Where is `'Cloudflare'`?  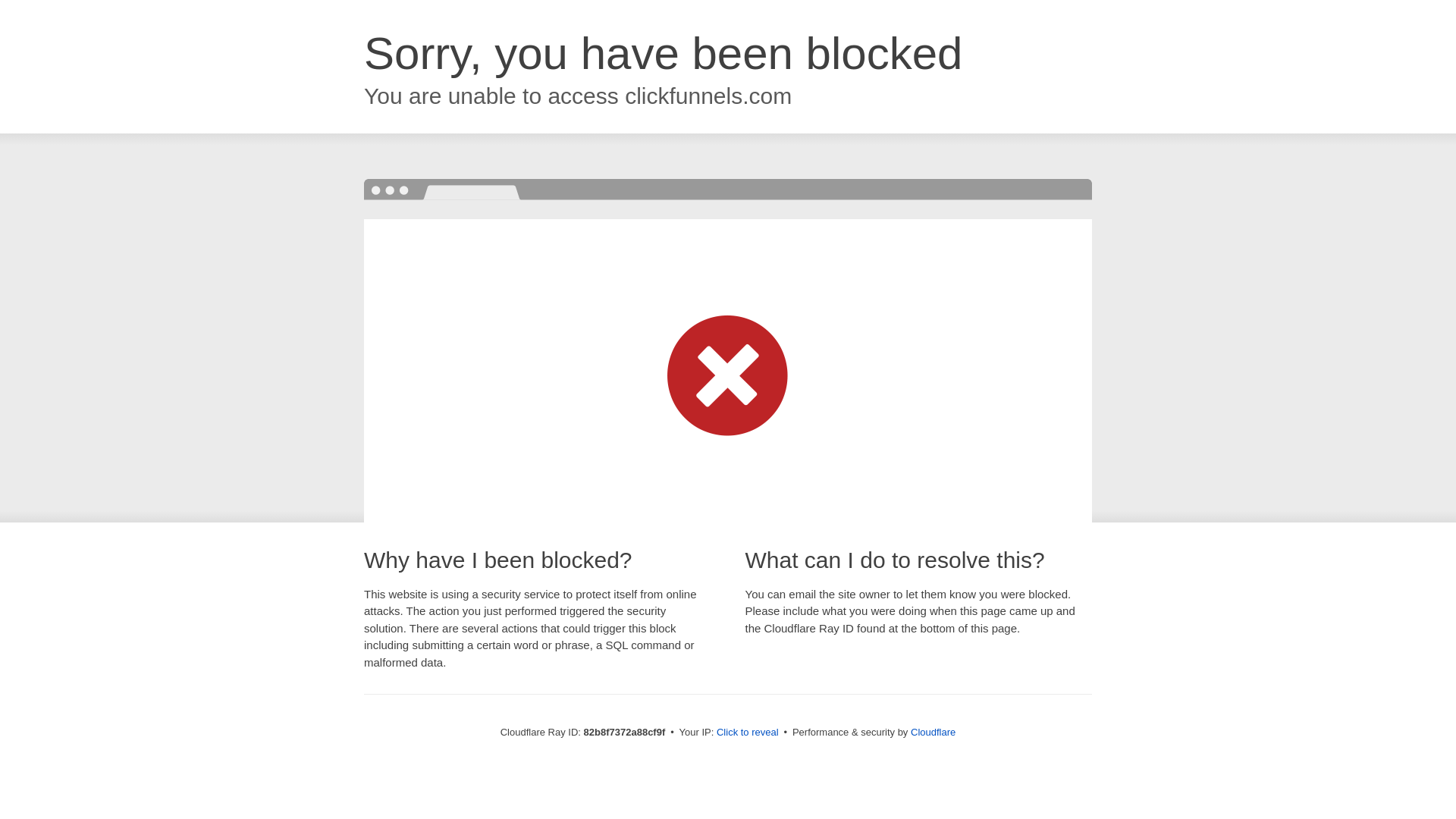
'Cloudflare' is located at coordinates (932, 731).